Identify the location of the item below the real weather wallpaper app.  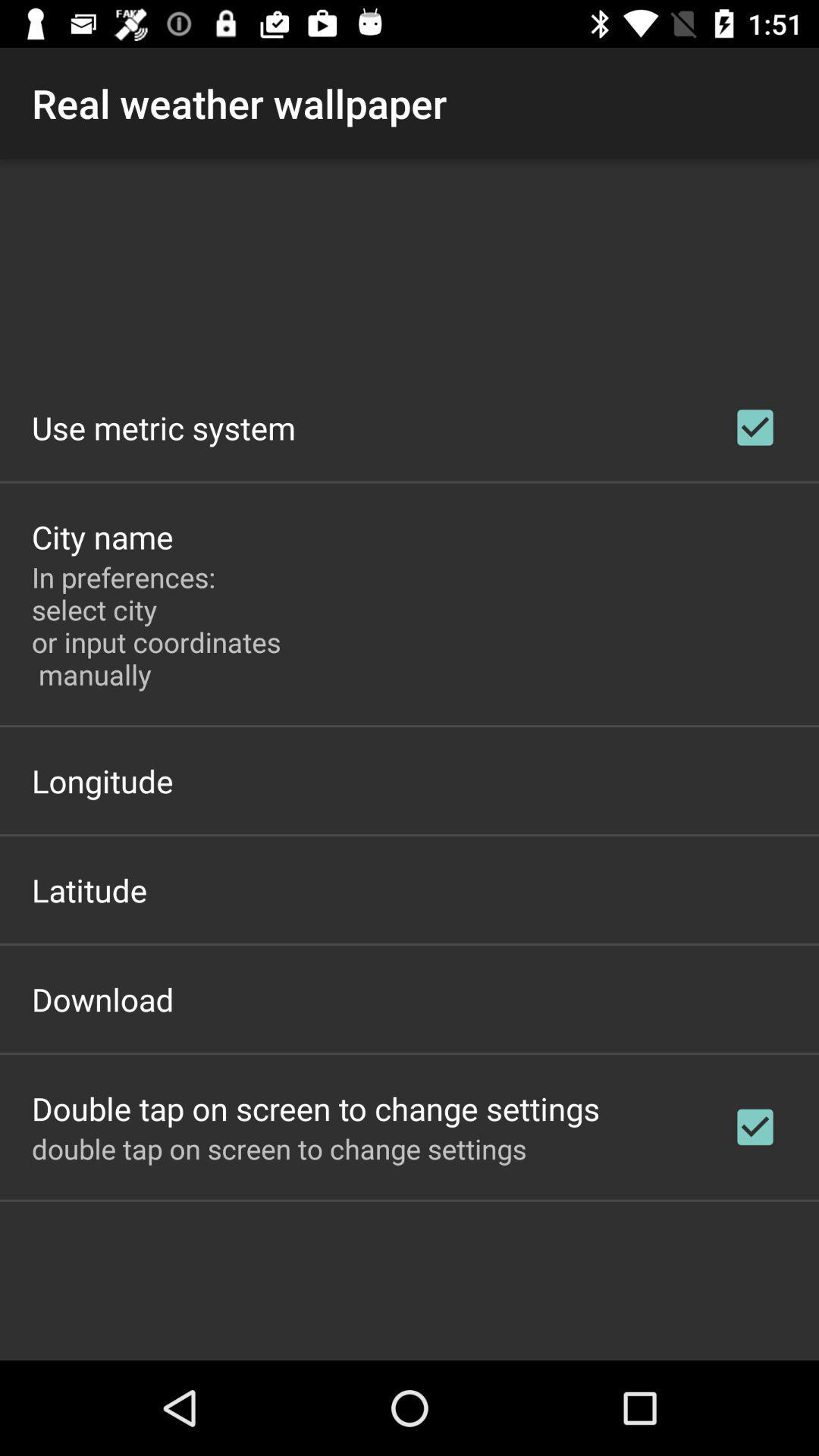
(164, 427).